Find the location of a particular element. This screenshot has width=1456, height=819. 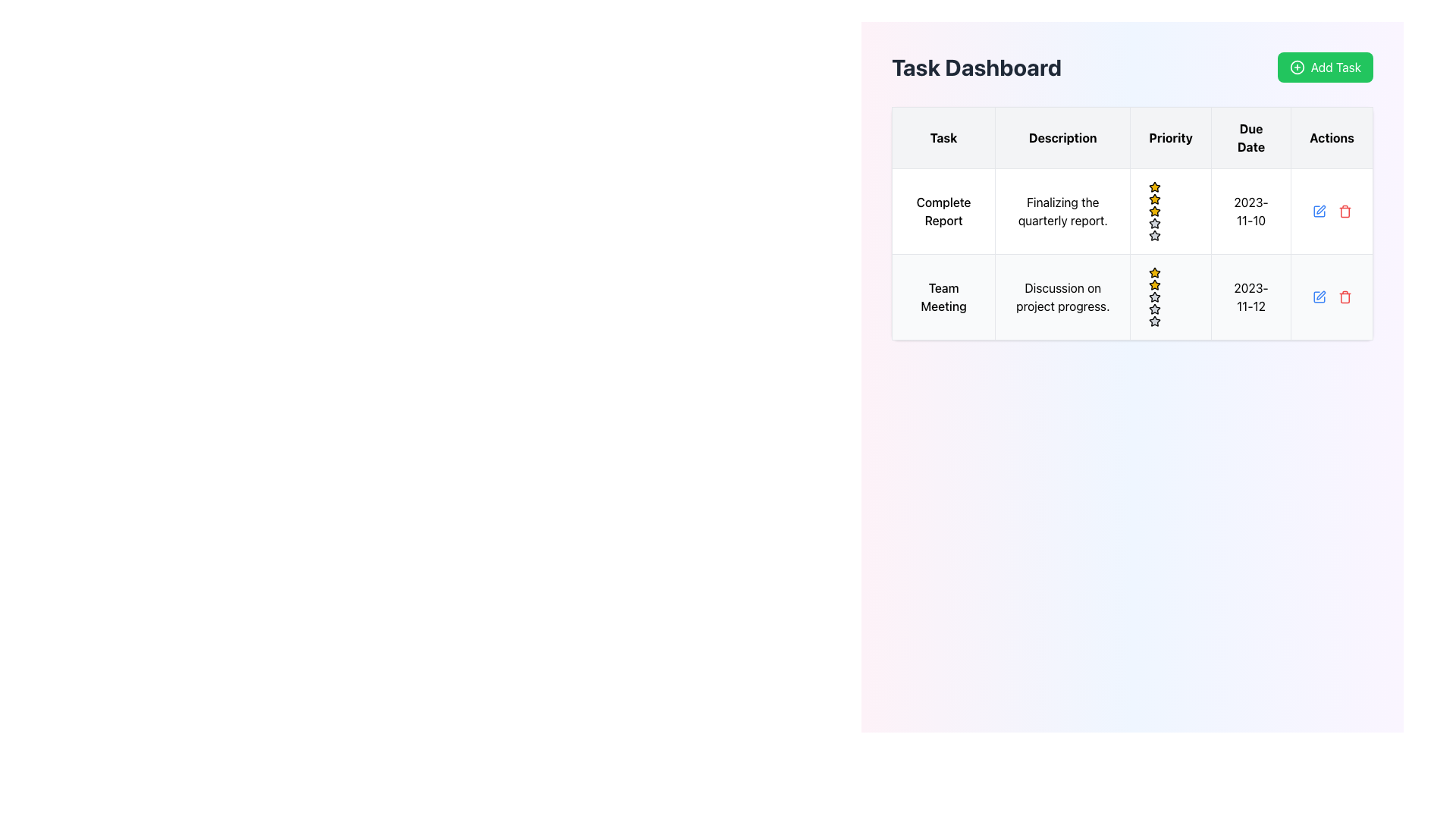

the fifth star-shaped rating icon with a yellow fill and black border in the 'Priority' column for the 'Complete Report' task row is located at coordinates (1154, 211).